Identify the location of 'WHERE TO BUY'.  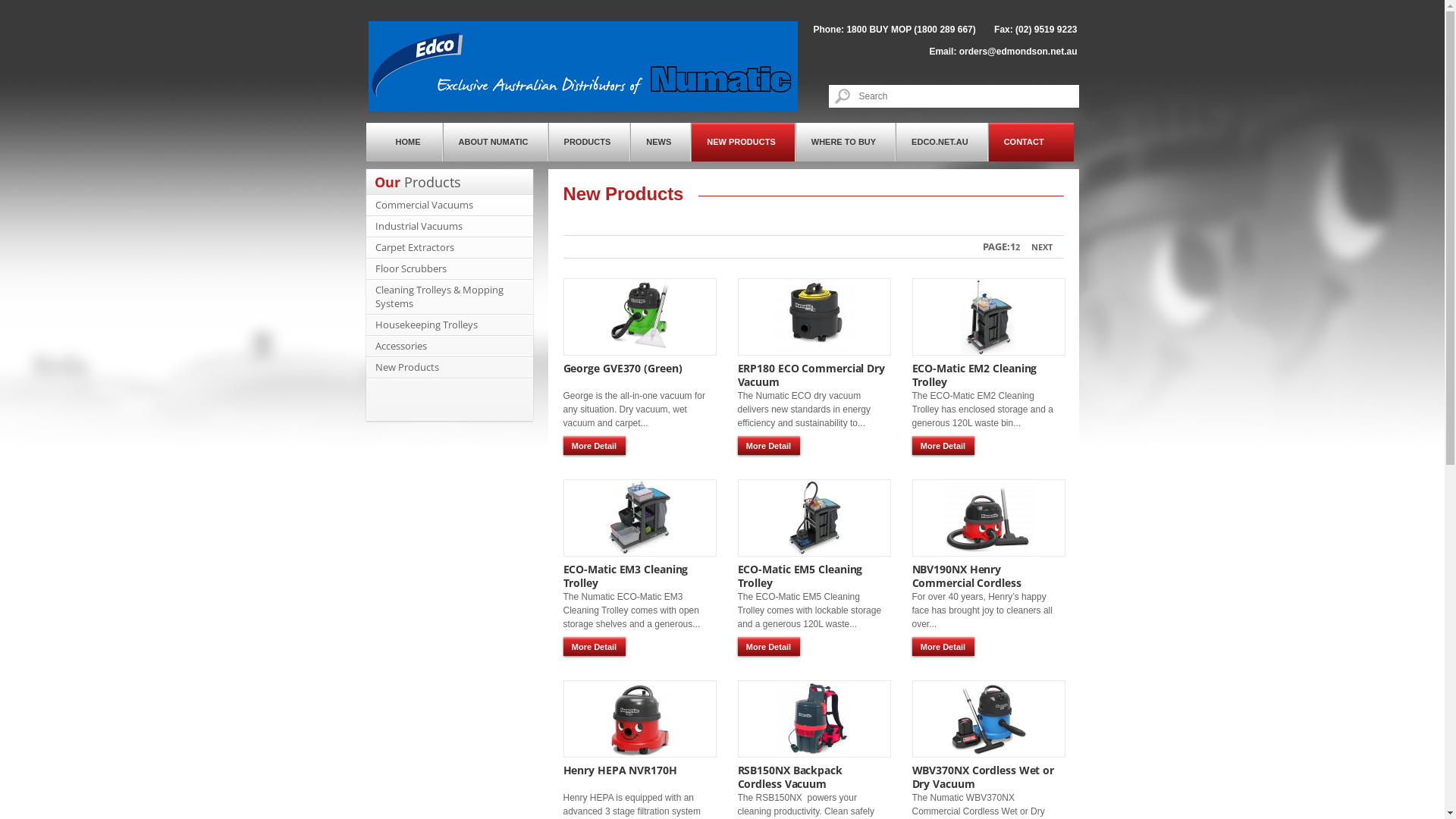
(844, 142).